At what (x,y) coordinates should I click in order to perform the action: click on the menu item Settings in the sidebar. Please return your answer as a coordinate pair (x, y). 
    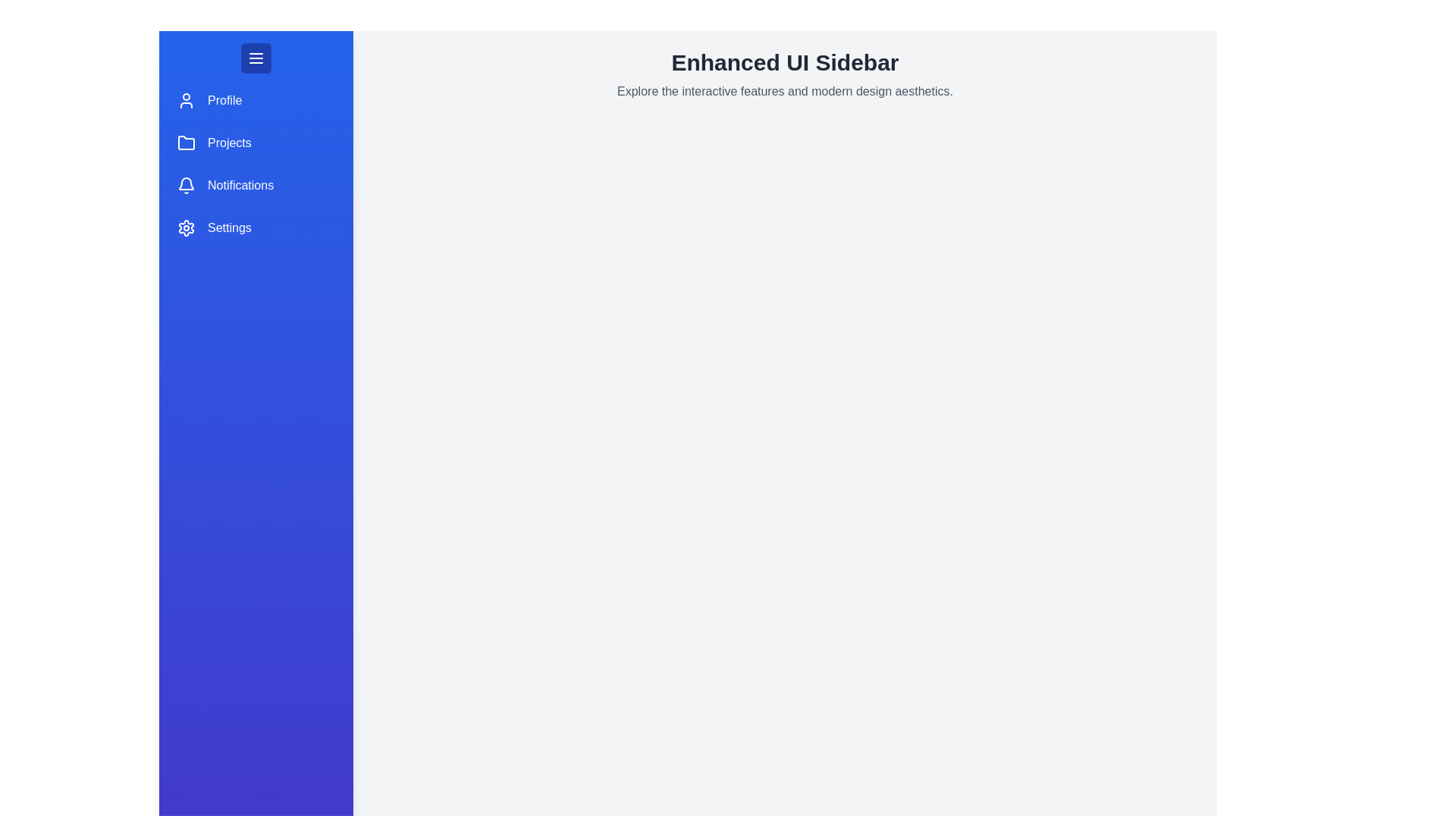
    Looking at the image, I should click on (256, 227).